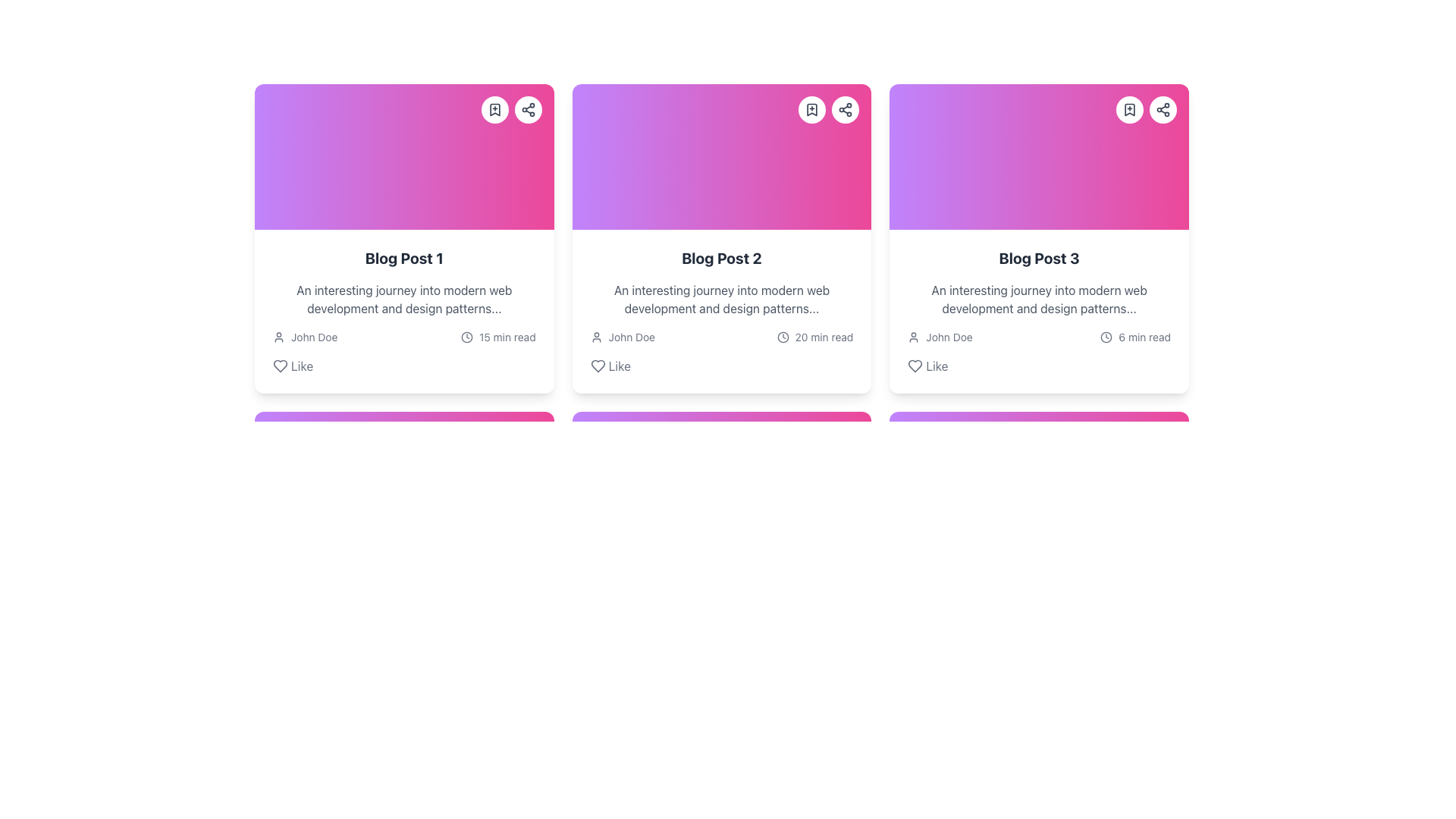  Describe the element at coordinates (1038, 257) in the screenshot. I see `the text label heading of 'Blog Post 3' to change its color` at that location.